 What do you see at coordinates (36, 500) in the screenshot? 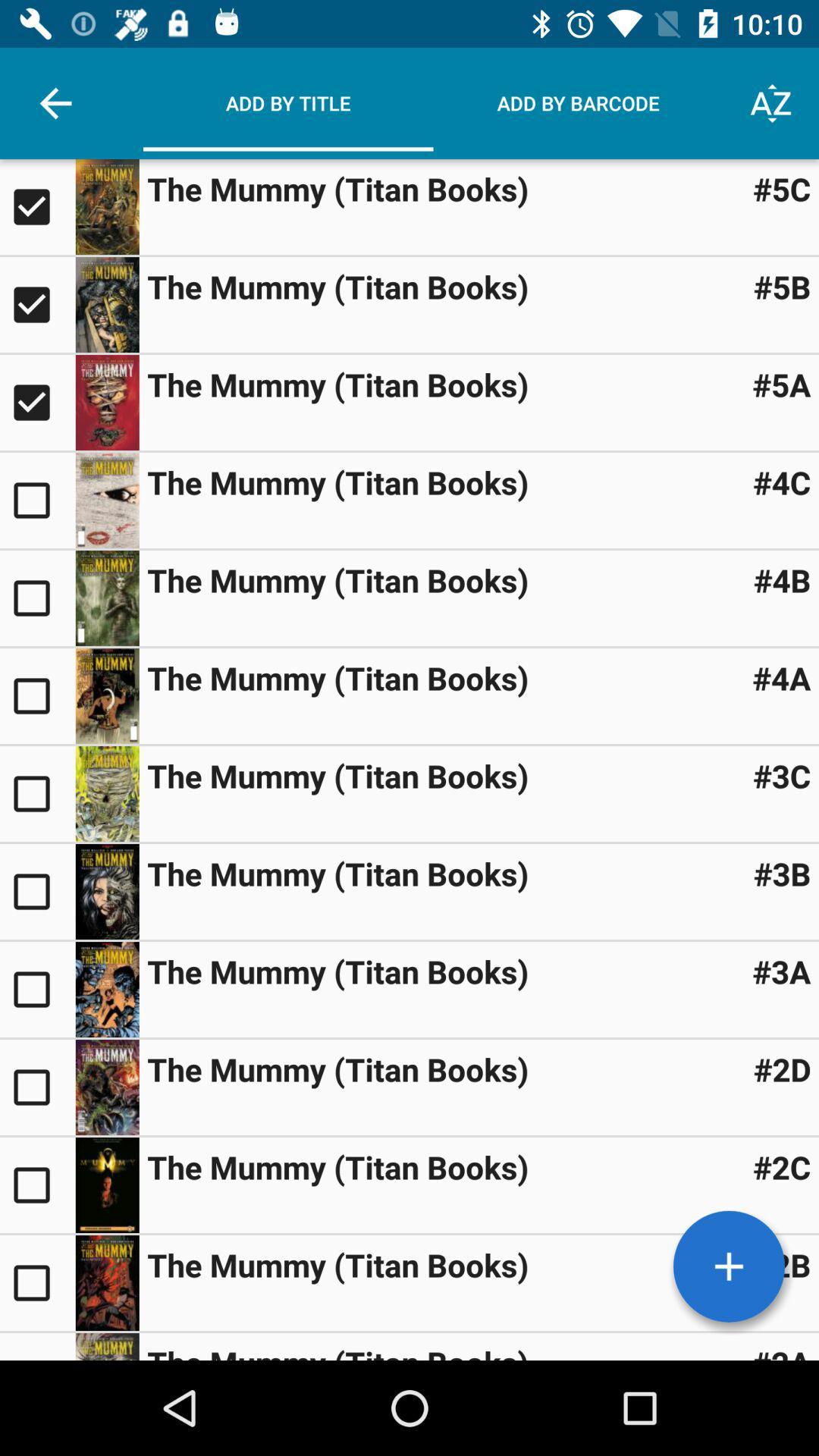
I see `the book 4c` at bounding box center [36, 500].